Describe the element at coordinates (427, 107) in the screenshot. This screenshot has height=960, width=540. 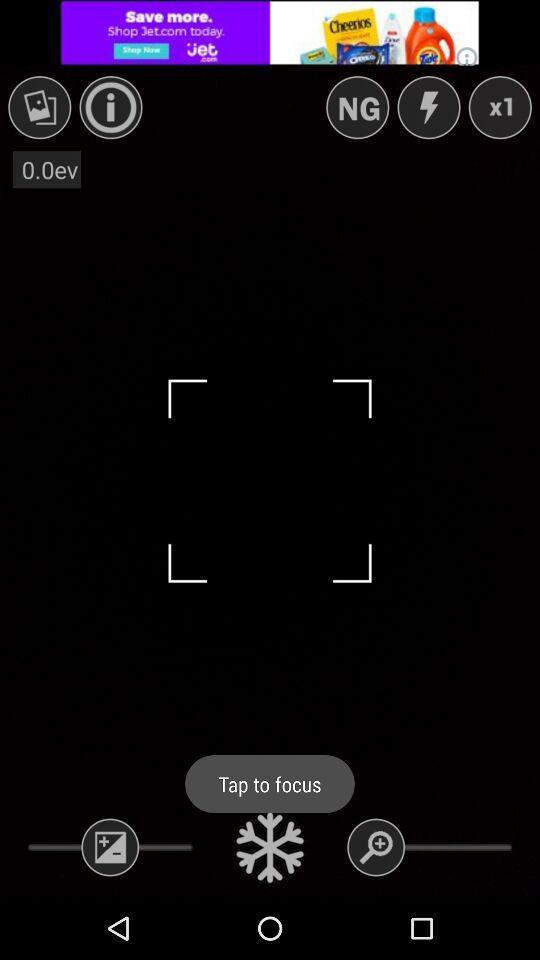
I see `the flash icon` at that location.